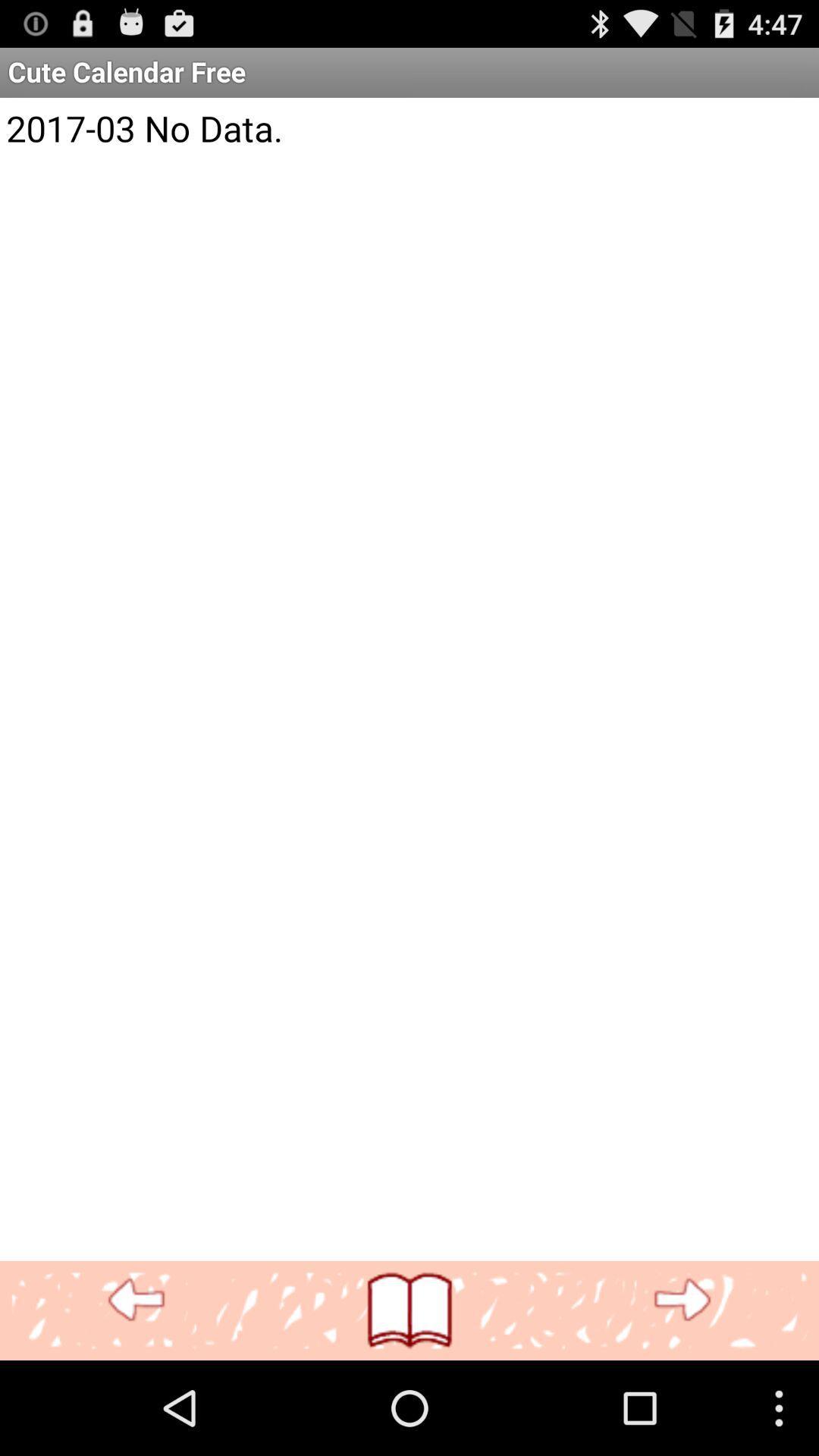 The image size is (819, 1456). What do you see at coordinates (681, 1300) in the screenshot?
I see `advance to next page` at bounding box center [681, 1300].